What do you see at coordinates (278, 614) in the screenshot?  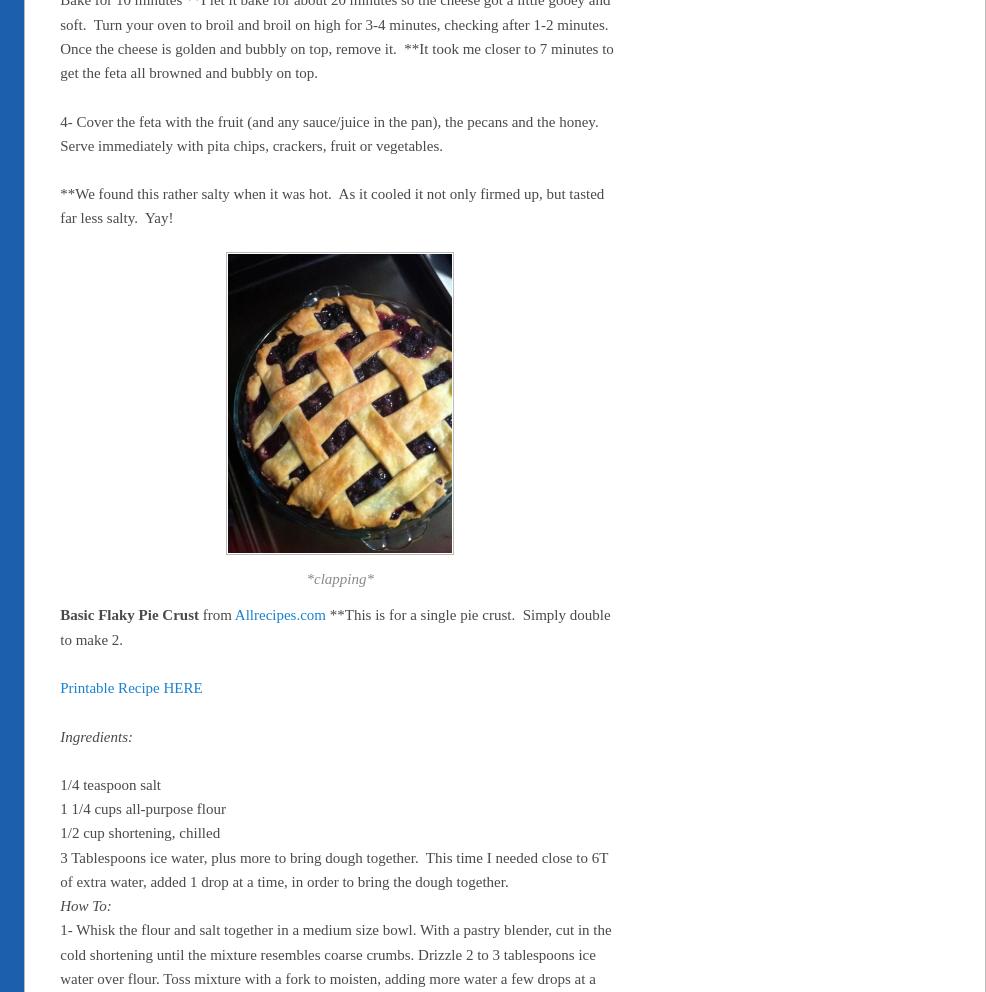 I see `'Allrecipes.com'` at bounding box center [278, 614].